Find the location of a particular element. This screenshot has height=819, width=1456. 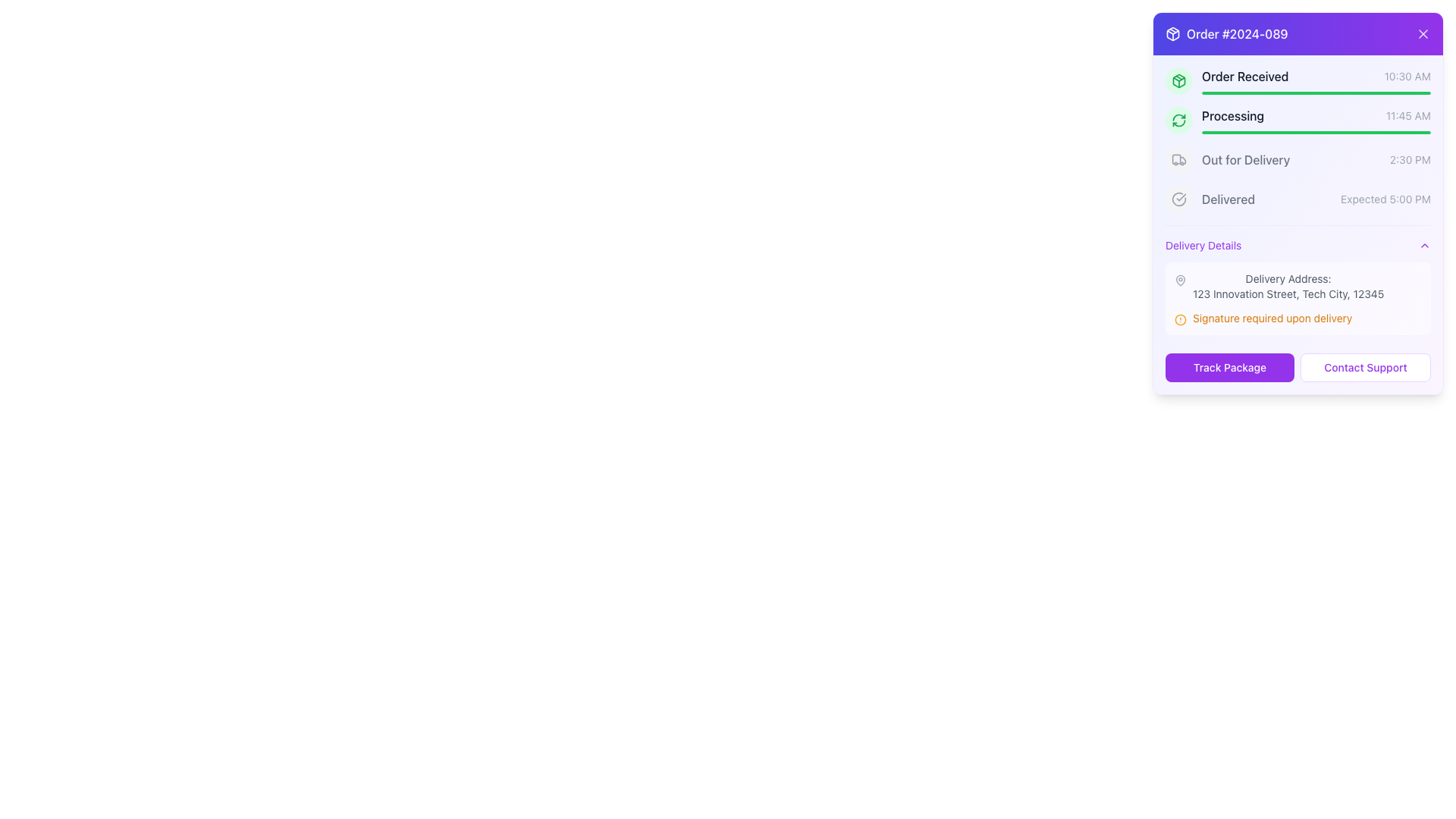

the status text label indicating that the order has been received, which is located at the first position in a vertical list within a sidebar or panel is located at coordinates (1245, 76).